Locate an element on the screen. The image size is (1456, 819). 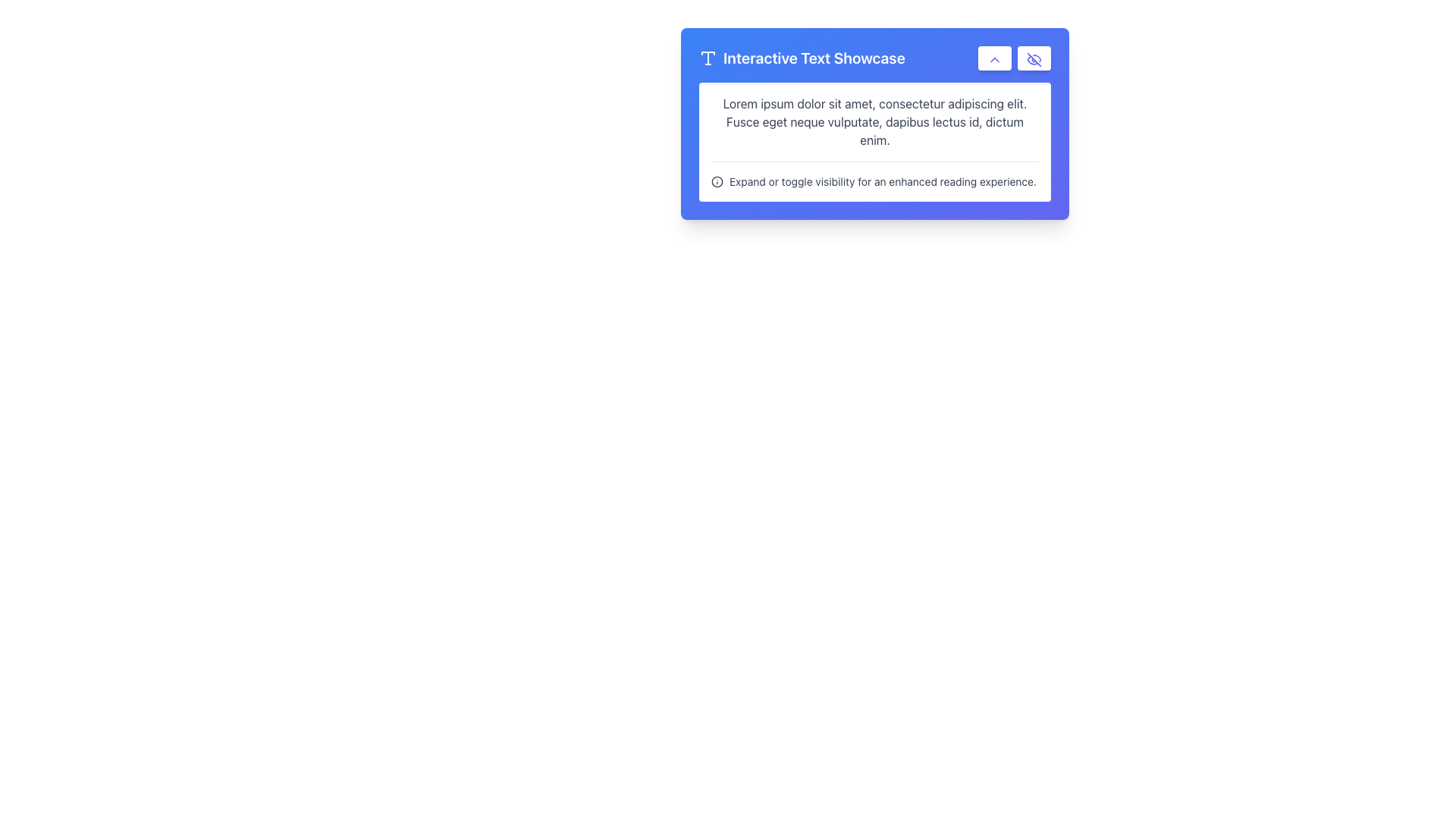
the eye-slash button located in the upper-right corner of the 'Interactive Text Showcase' header section, which is part of the grouped interactive icons is located at coordinates (1015, 58).